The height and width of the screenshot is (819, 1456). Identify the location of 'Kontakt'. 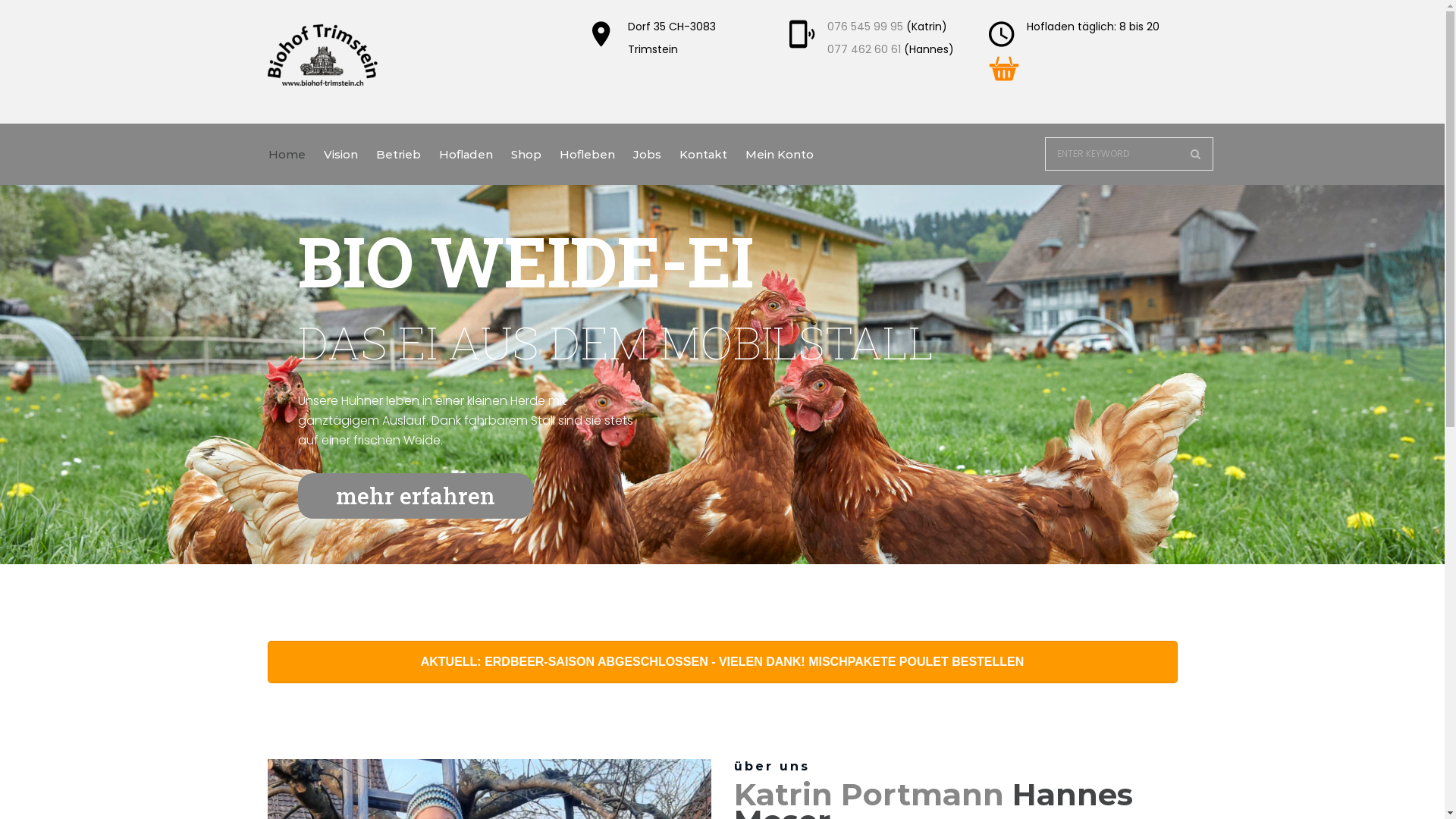
(702, 154).